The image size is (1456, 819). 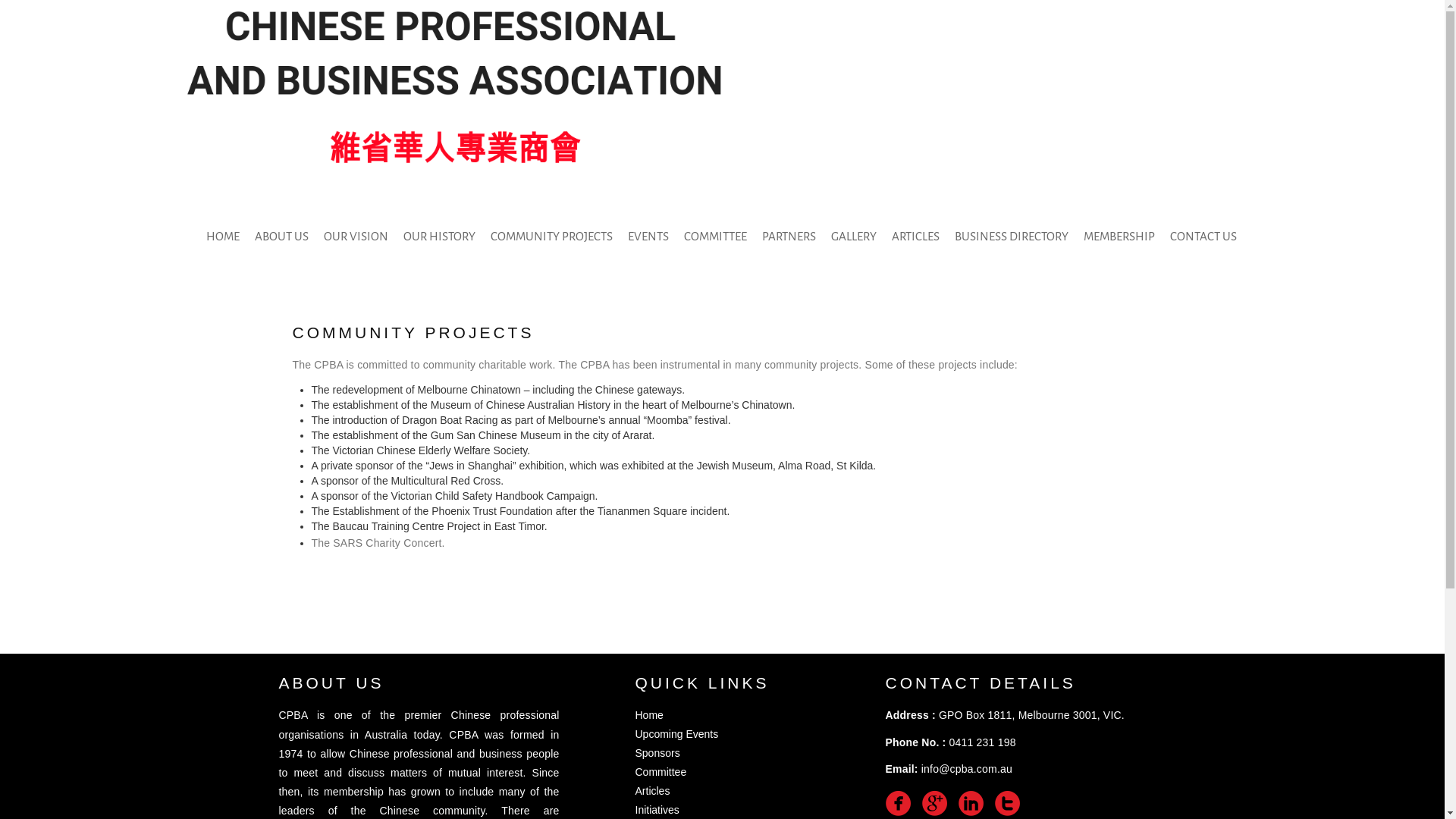 What do you see at coordinates (635, 809) in the screenshot?
I see `'Initiatives'` at bounding box center [635, 809].